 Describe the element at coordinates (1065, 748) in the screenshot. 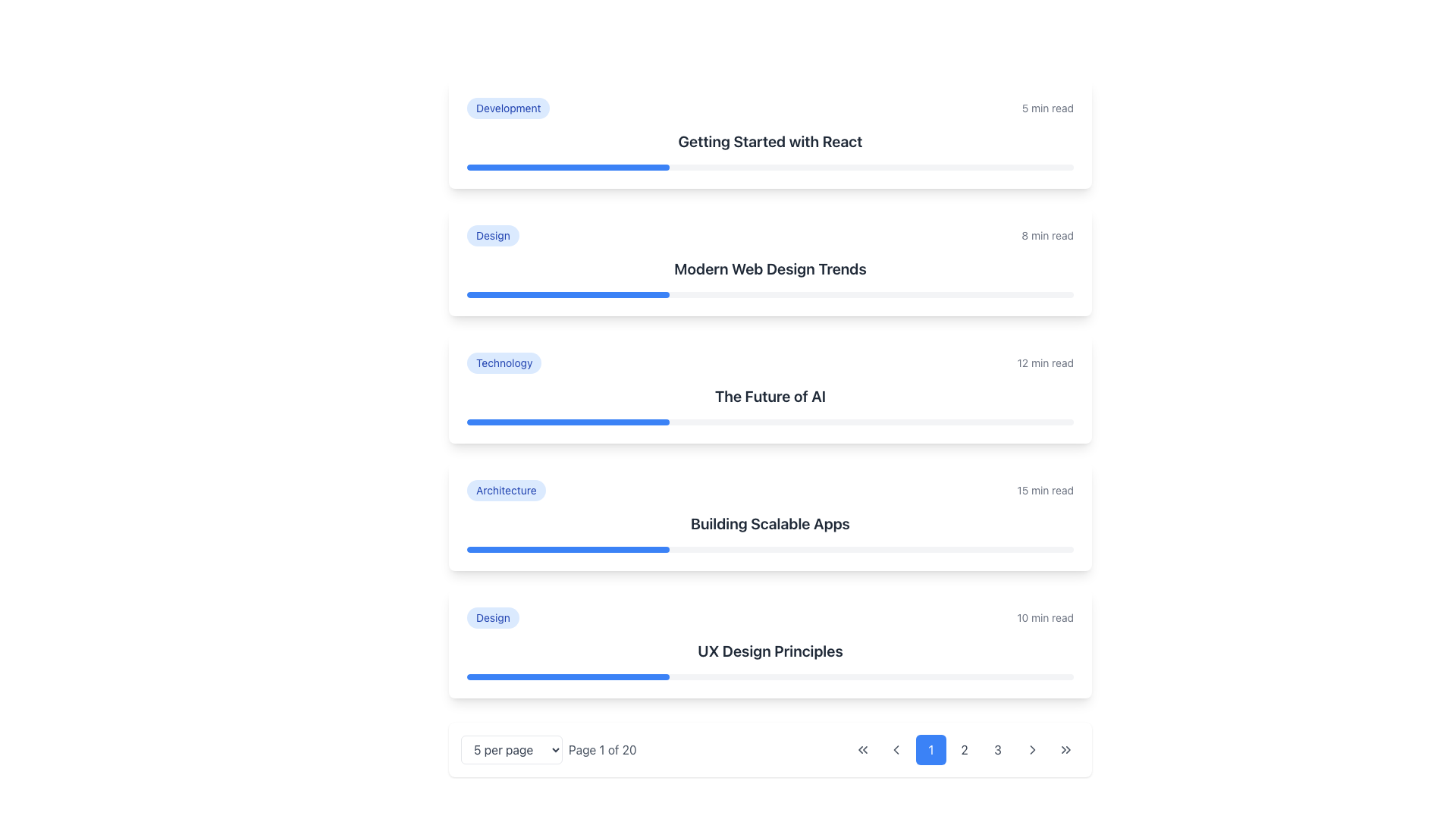

I see `the navigation button located at the bottom-right corner of the interface to move forward through paginated content` at that location.